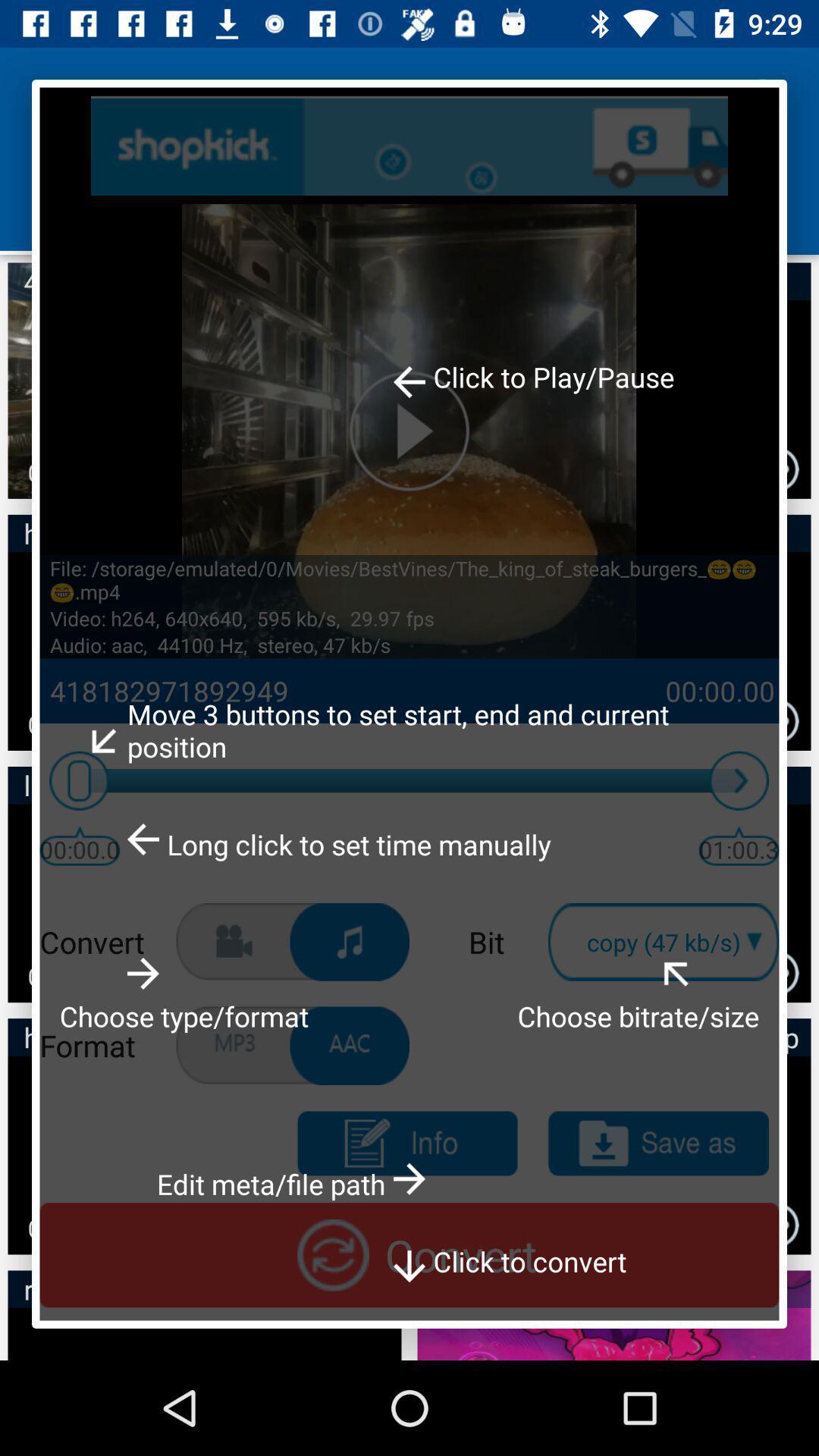 This screenshot has width=819, height=1456. Describe the element at coordinates (350, 941) in the screenshot. I see `convert audio` at that location.